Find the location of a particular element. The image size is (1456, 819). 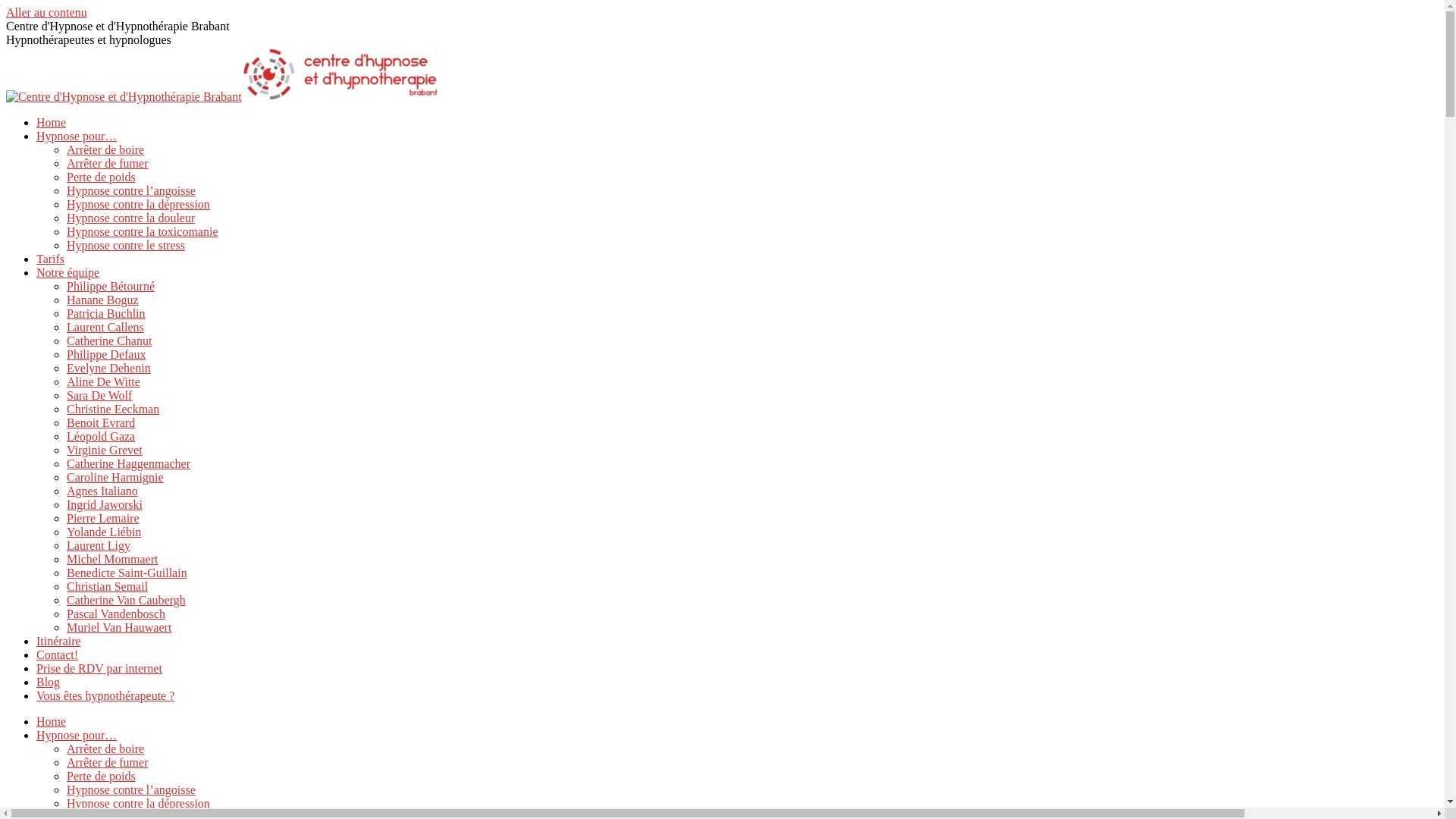

'Ingrid Jaworski' is located at coordinates (104, 504).